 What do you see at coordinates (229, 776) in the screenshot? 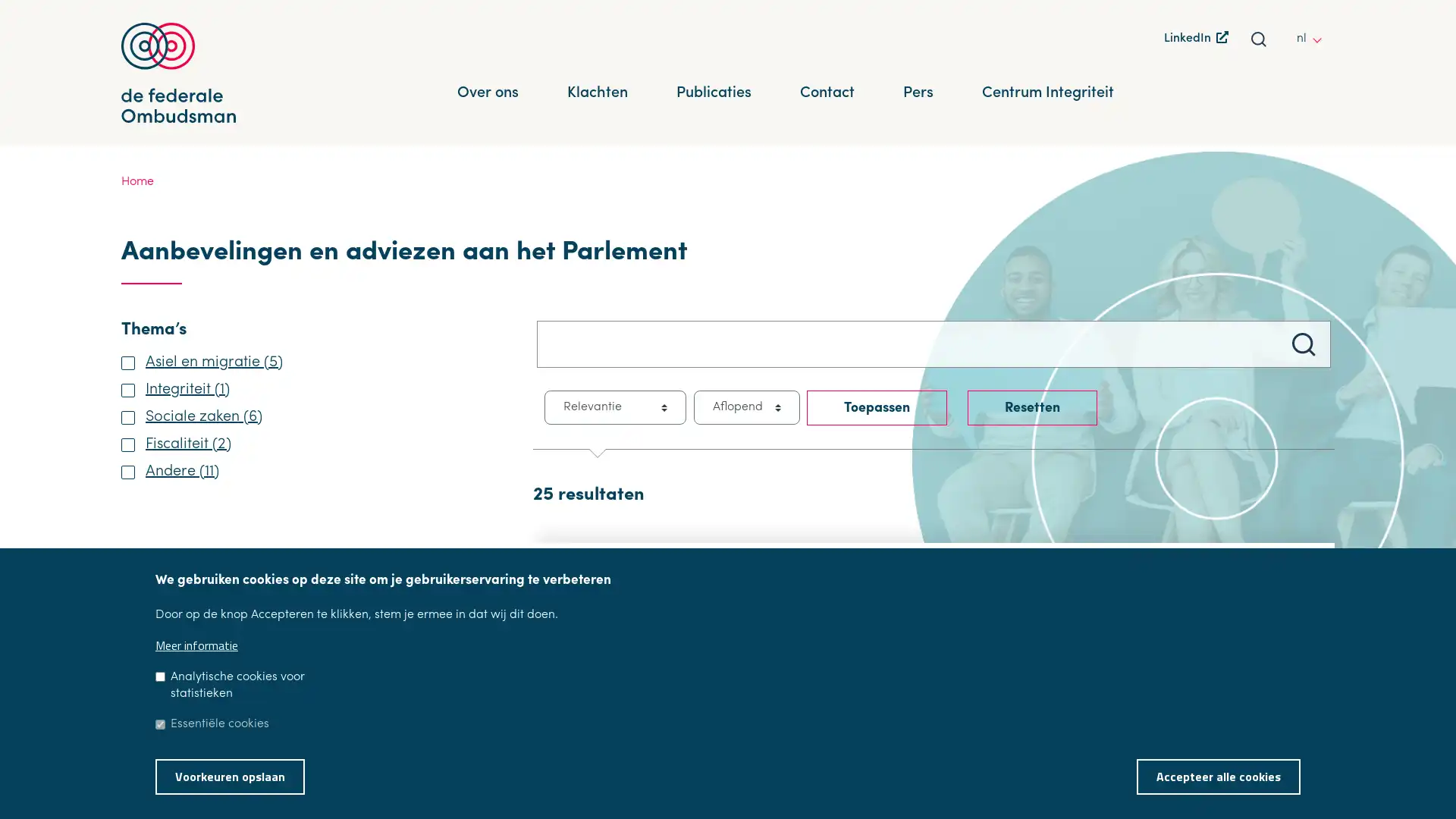
I see `Voorkeuren opslaan` at bounding box center [229, 776].